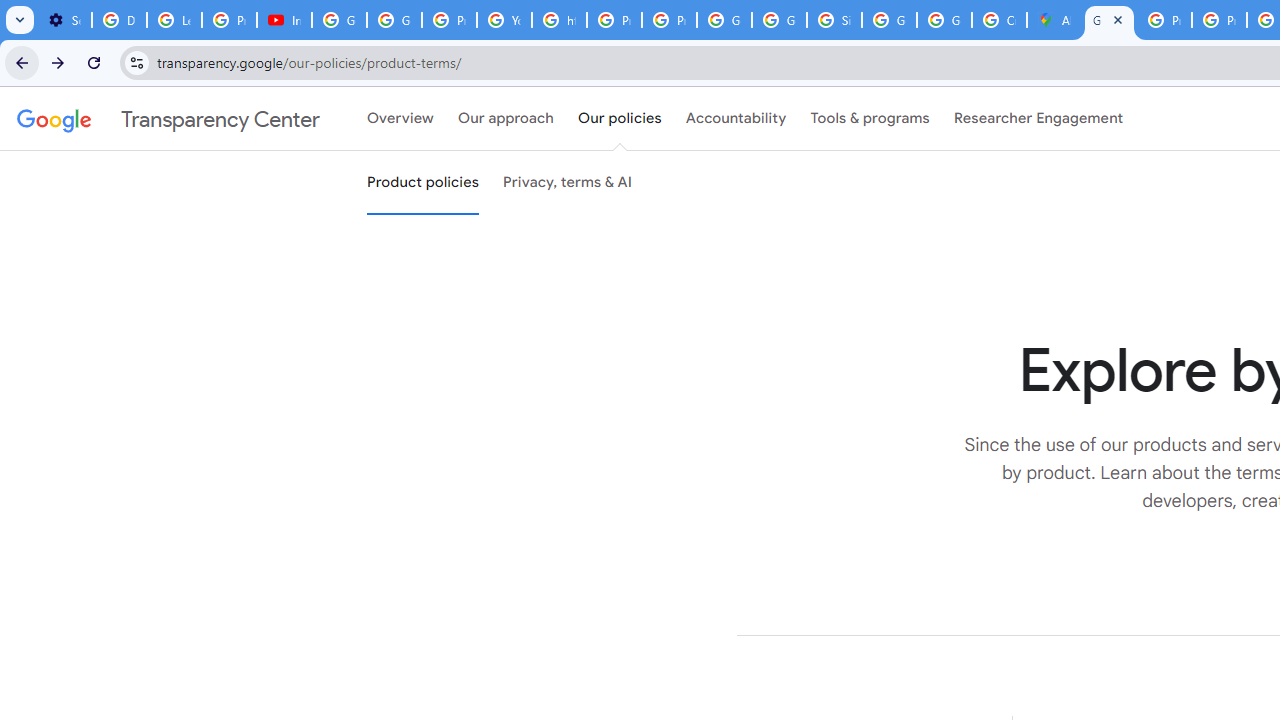 This screenshot has height=720, width=1280. What do you see at coordinates (118, 20) in the screenshot?
I see `'Delete photos & videos - Computer - Google Photos Help'` at bounding box center [118, 20].